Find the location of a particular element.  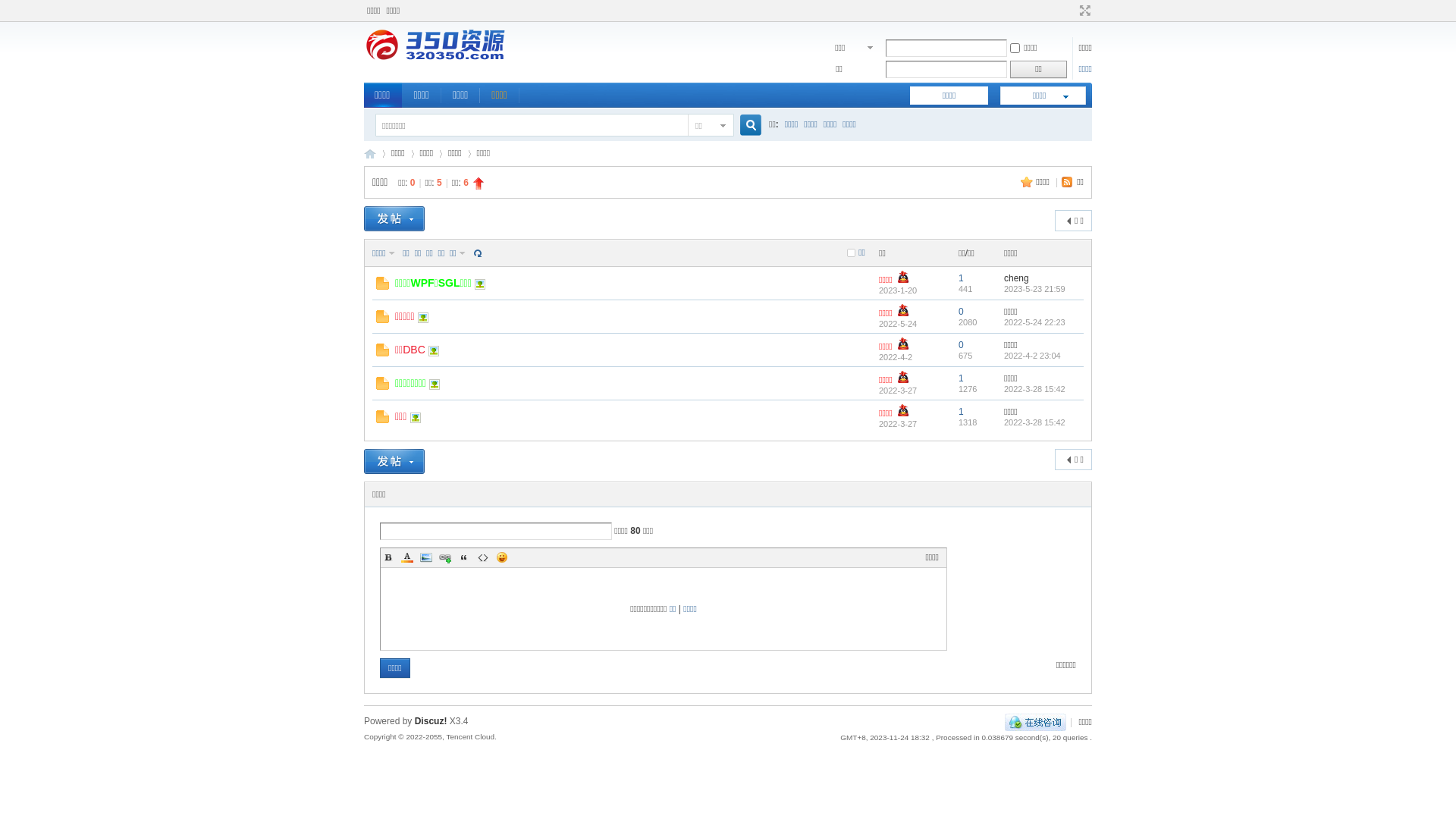

'QQ' is located at coordinates (1034, 721).